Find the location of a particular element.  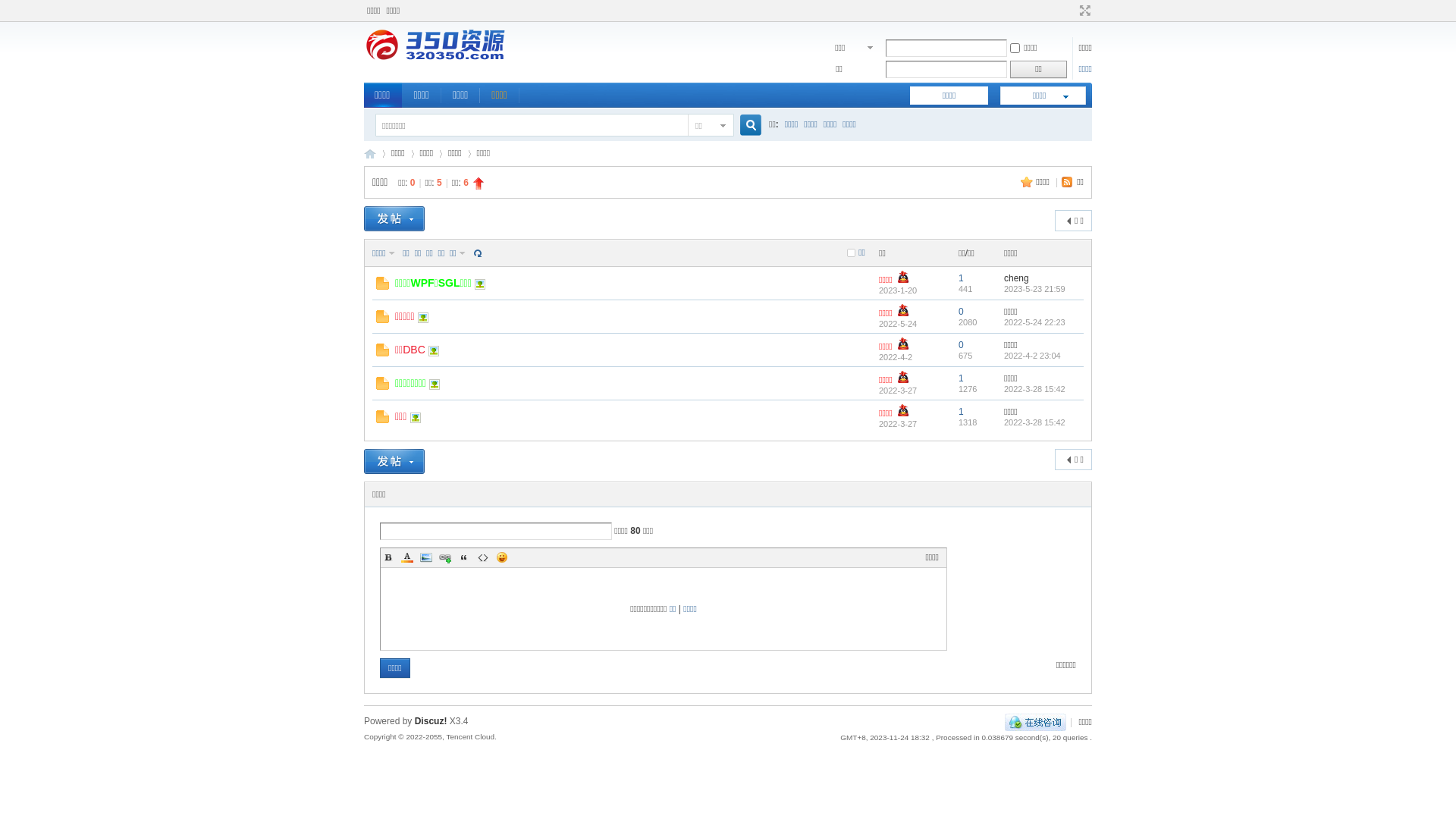

'QQ' is located at coordinates (1034, 721).